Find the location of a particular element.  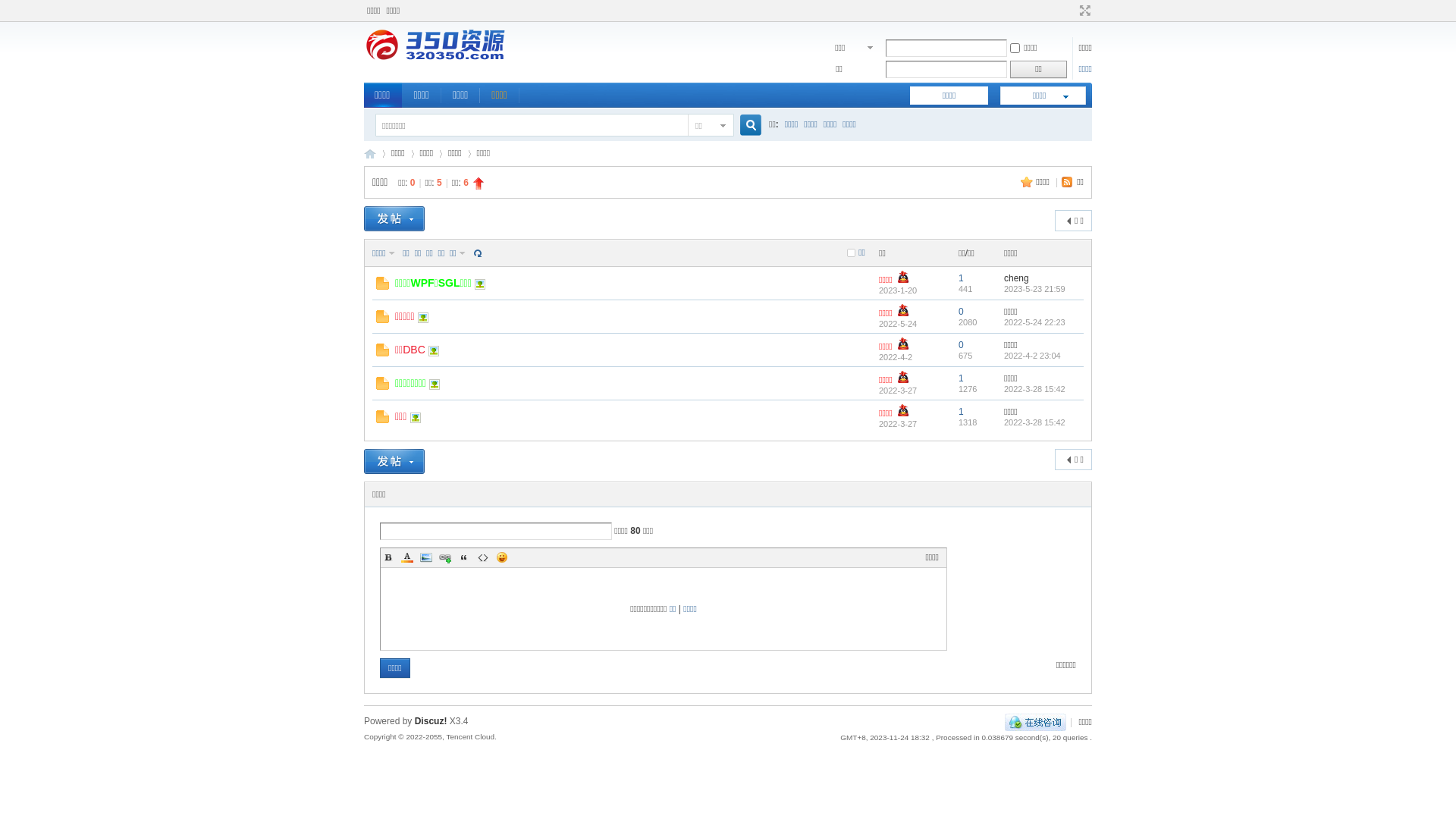

'QQ' is located at coordinates (1034, 721).